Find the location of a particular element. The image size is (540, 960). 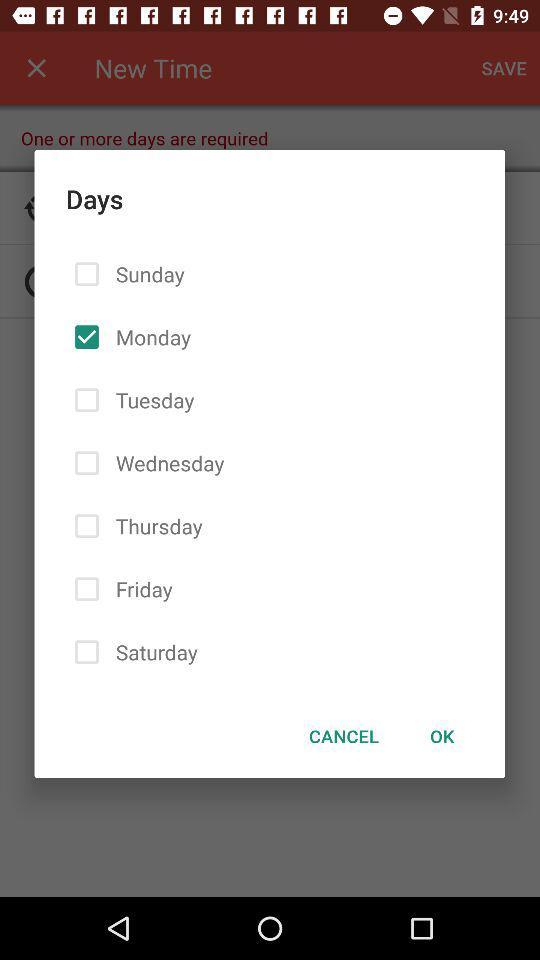

the friday is located at coordinates (139, 589).